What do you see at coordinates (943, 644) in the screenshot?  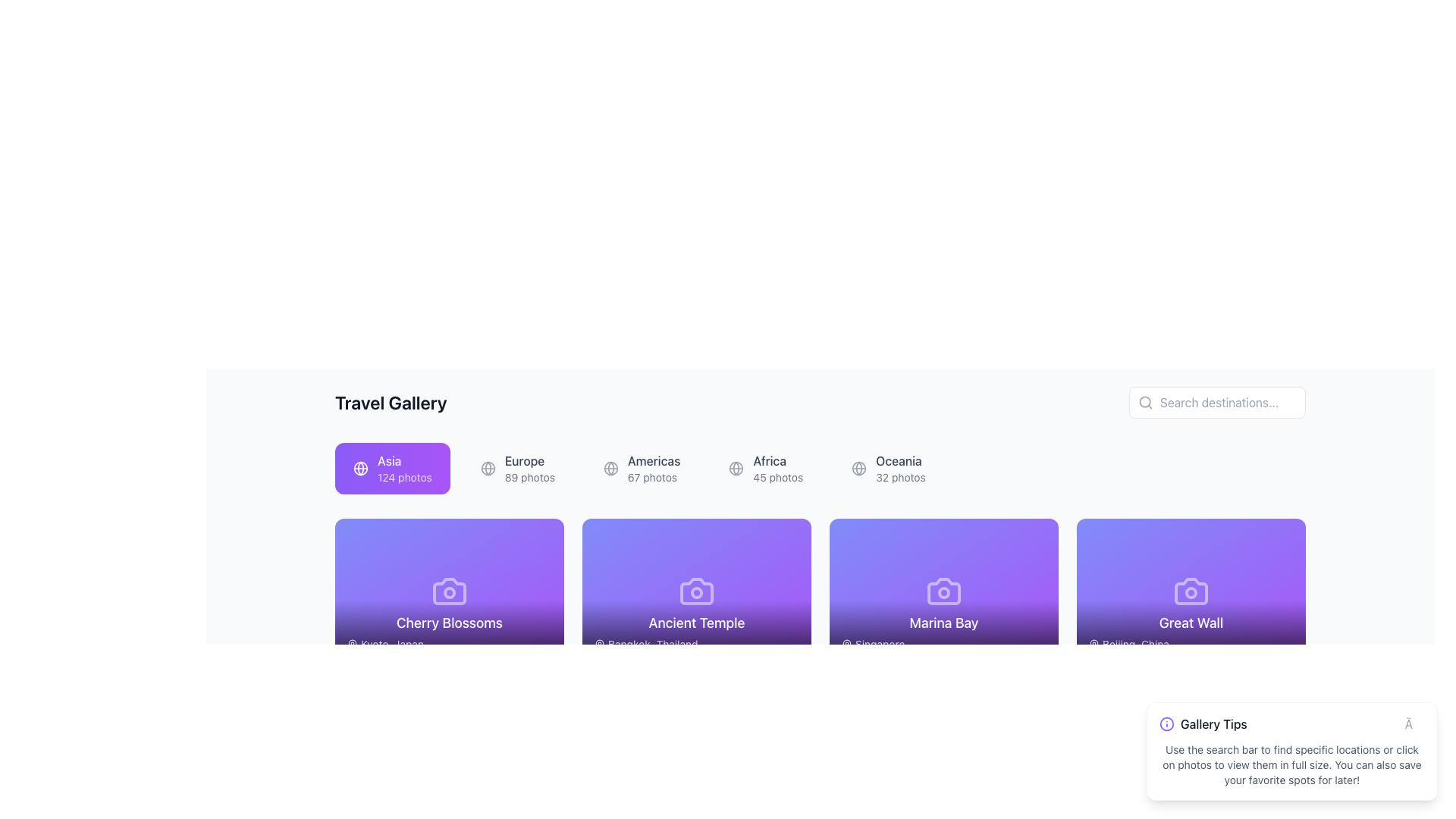 I see `text label 'Singapore' that is displayed in a small, white font with a slightly transparent look, located below the title 'Marina Bay' and accompanied by a map pin icon` at bounding box center [943, 644].